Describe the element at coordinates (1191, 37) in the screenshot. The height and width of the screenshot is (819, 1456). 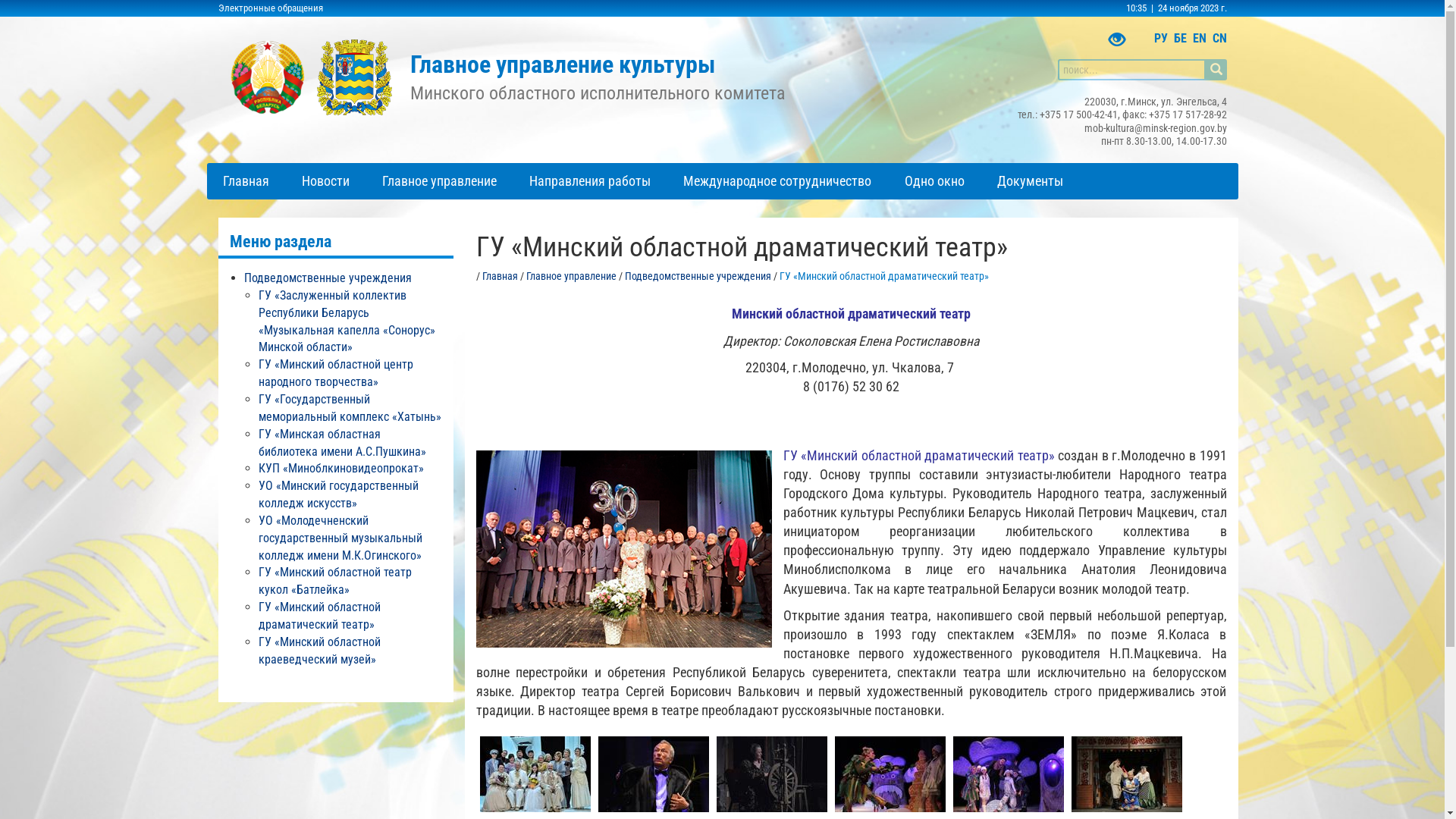
I see `'EN'` at that location.